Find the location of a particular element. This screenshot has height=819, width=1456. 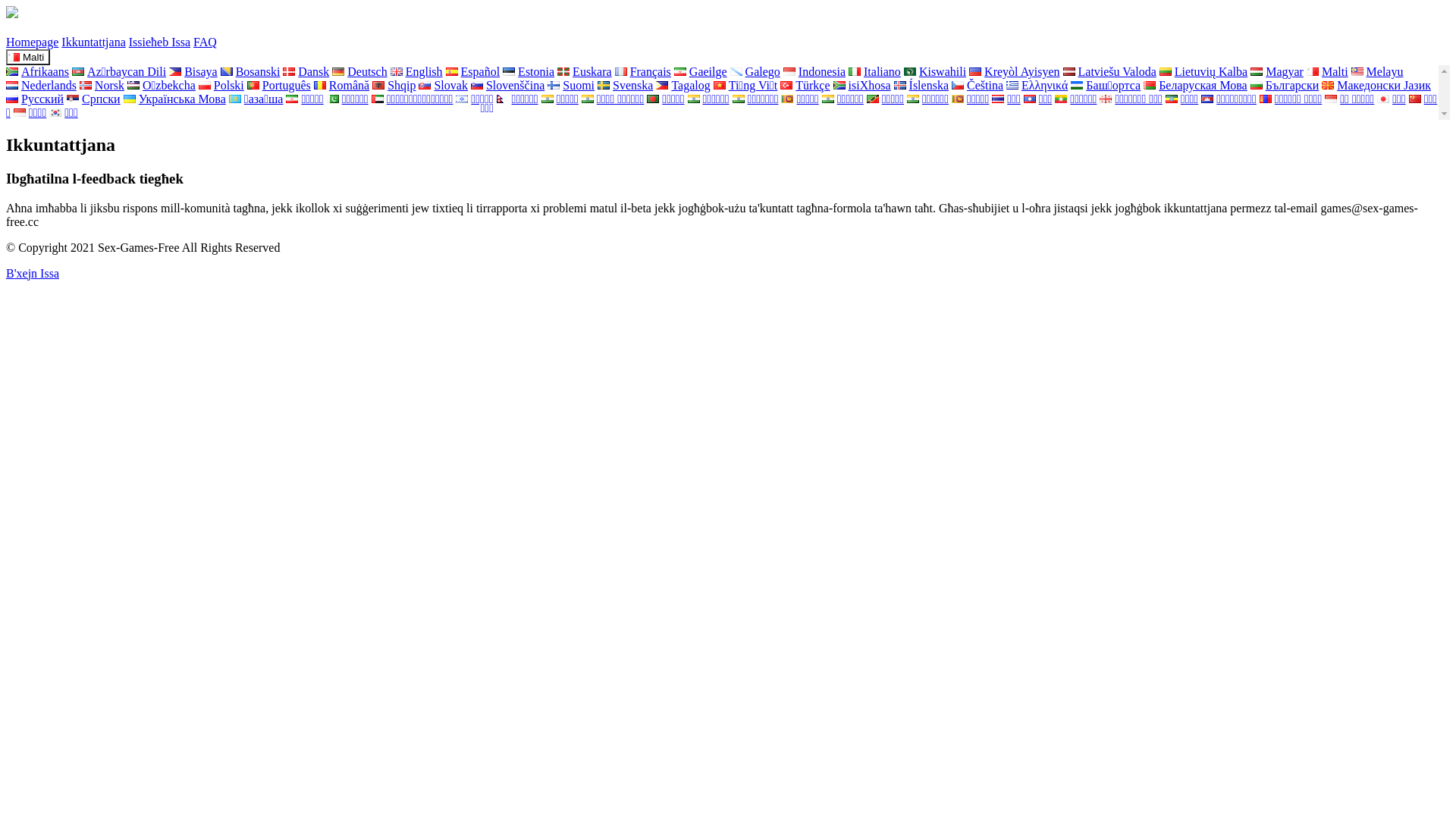

'Slovak' is located at coordinates (442, 85).